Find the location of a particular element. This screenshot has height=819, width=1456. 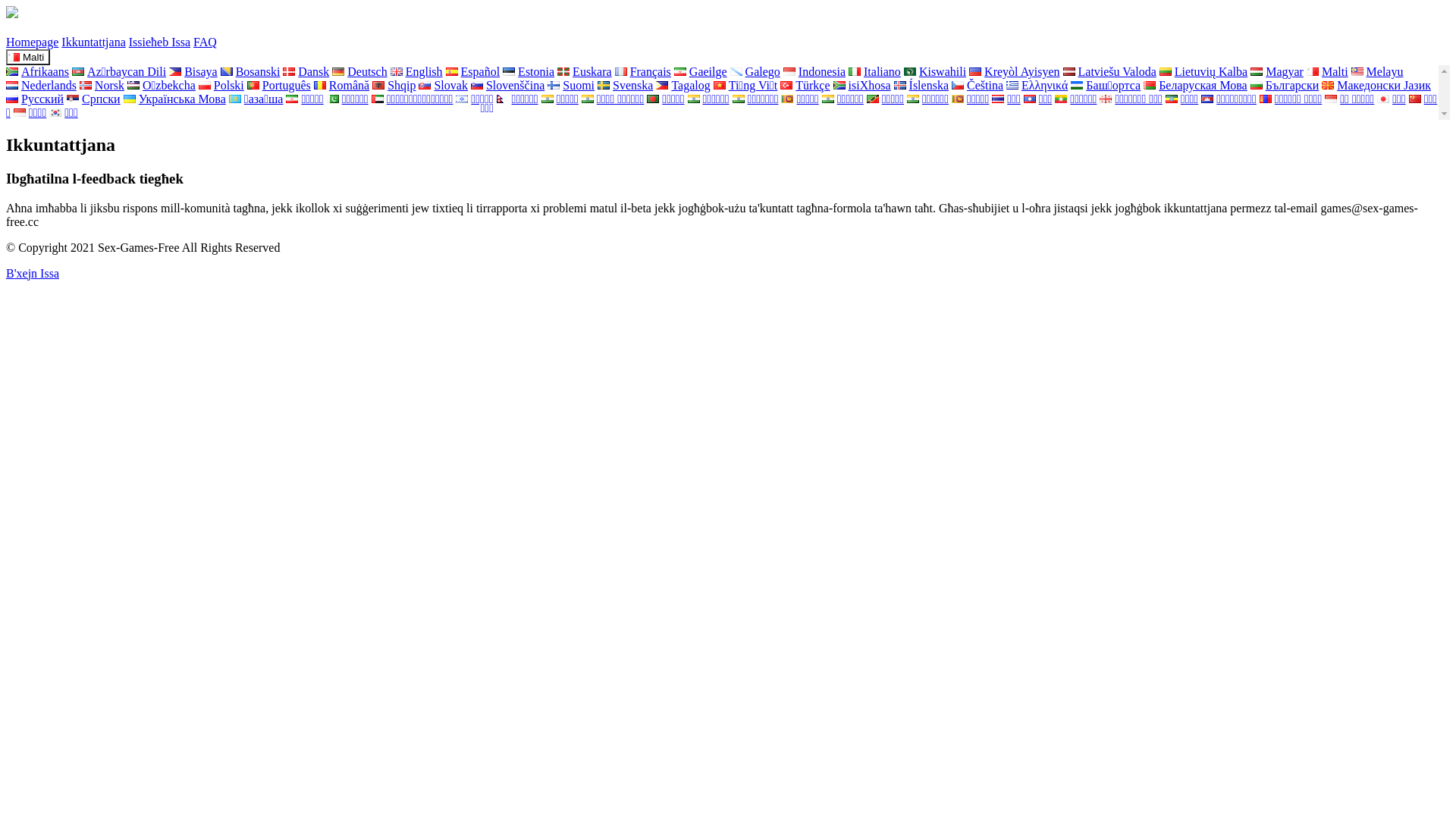

'Slovak' is located at coordinates (442, 85).